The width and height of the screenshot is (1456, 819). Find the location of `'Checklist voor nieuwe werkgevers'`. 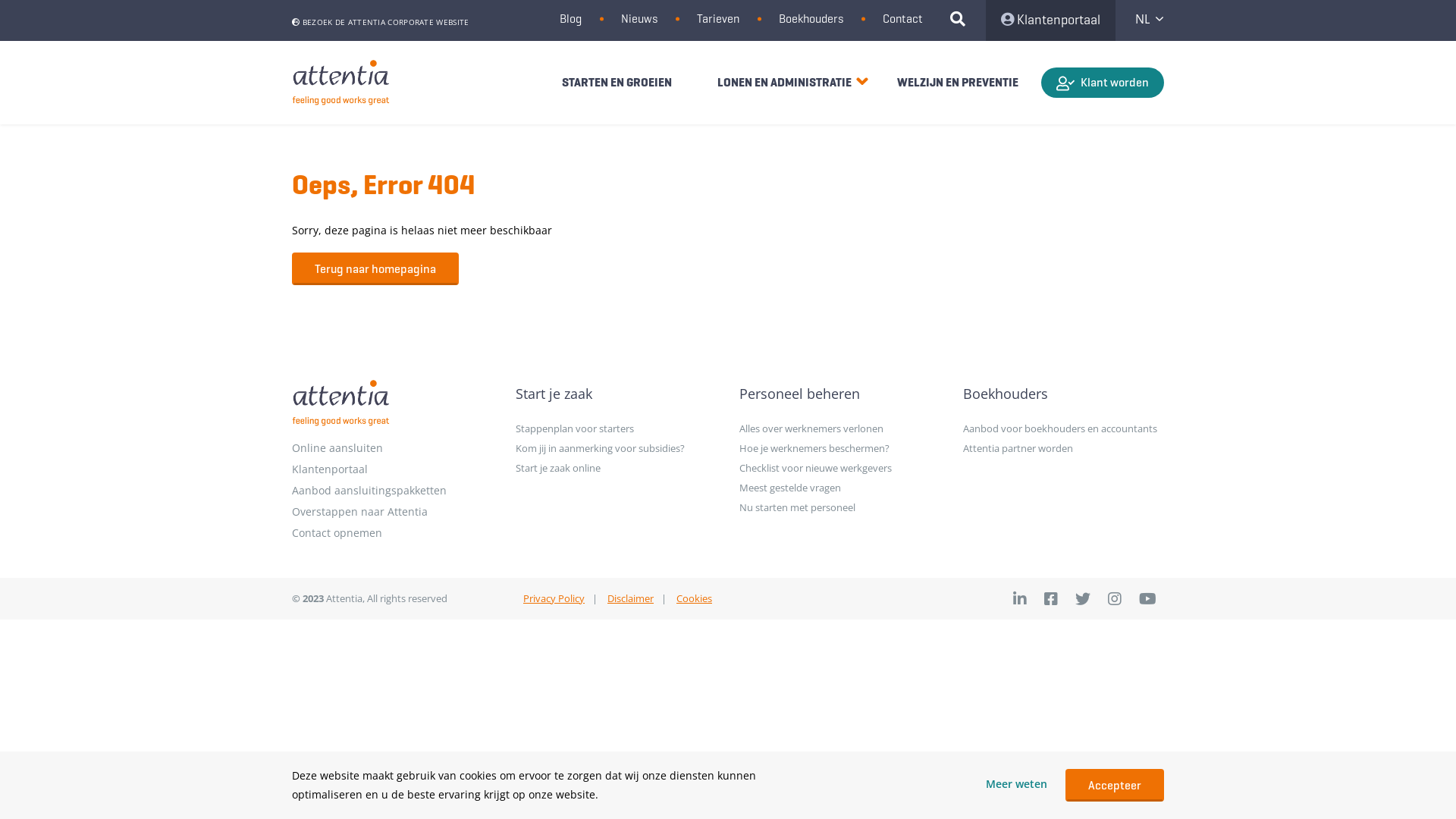

'Checklist voor nieuwe werkgevers' is located at coordinates (839, 467).